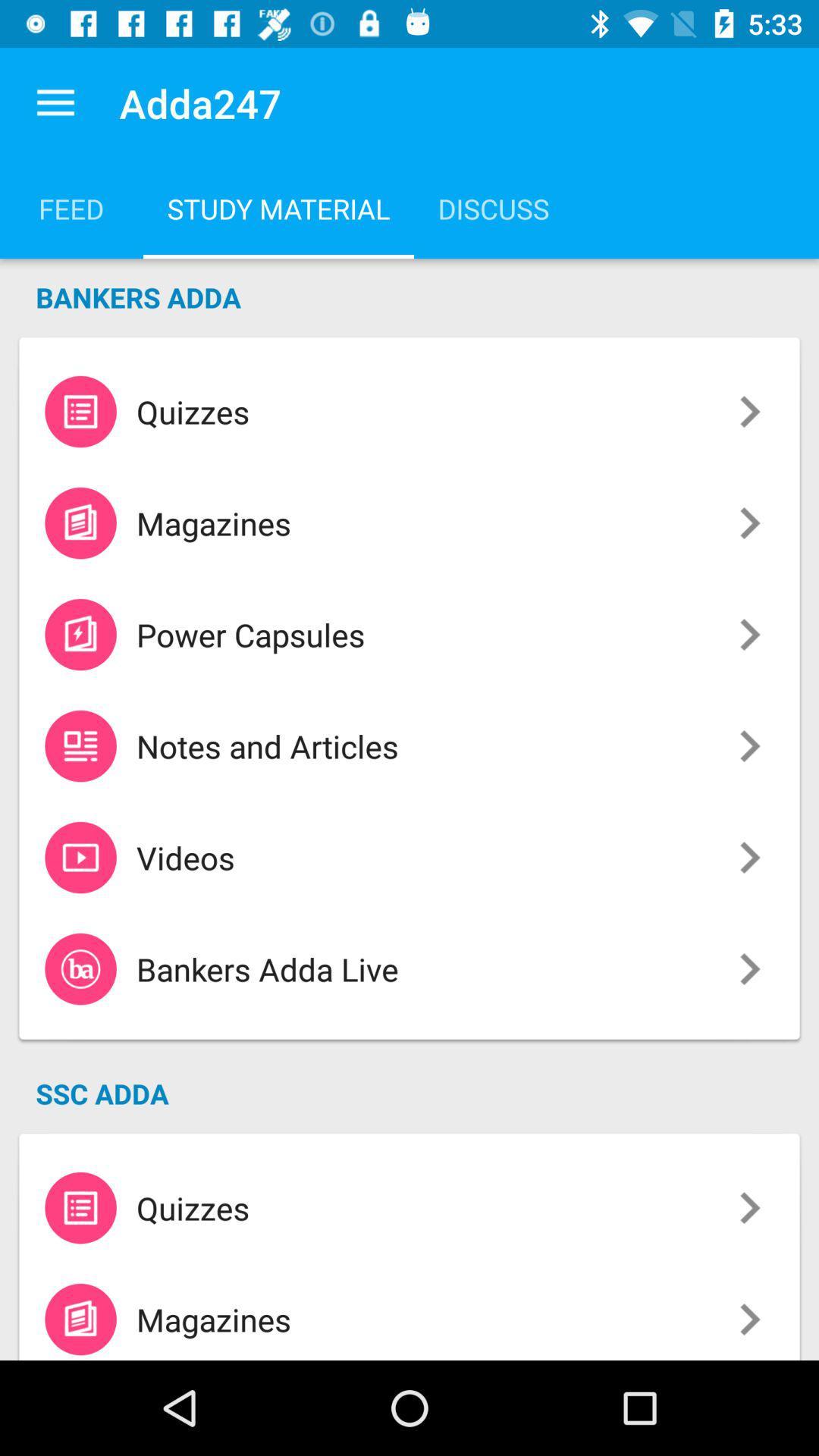  I want to click on icon above the feed item, so click(55, 102).